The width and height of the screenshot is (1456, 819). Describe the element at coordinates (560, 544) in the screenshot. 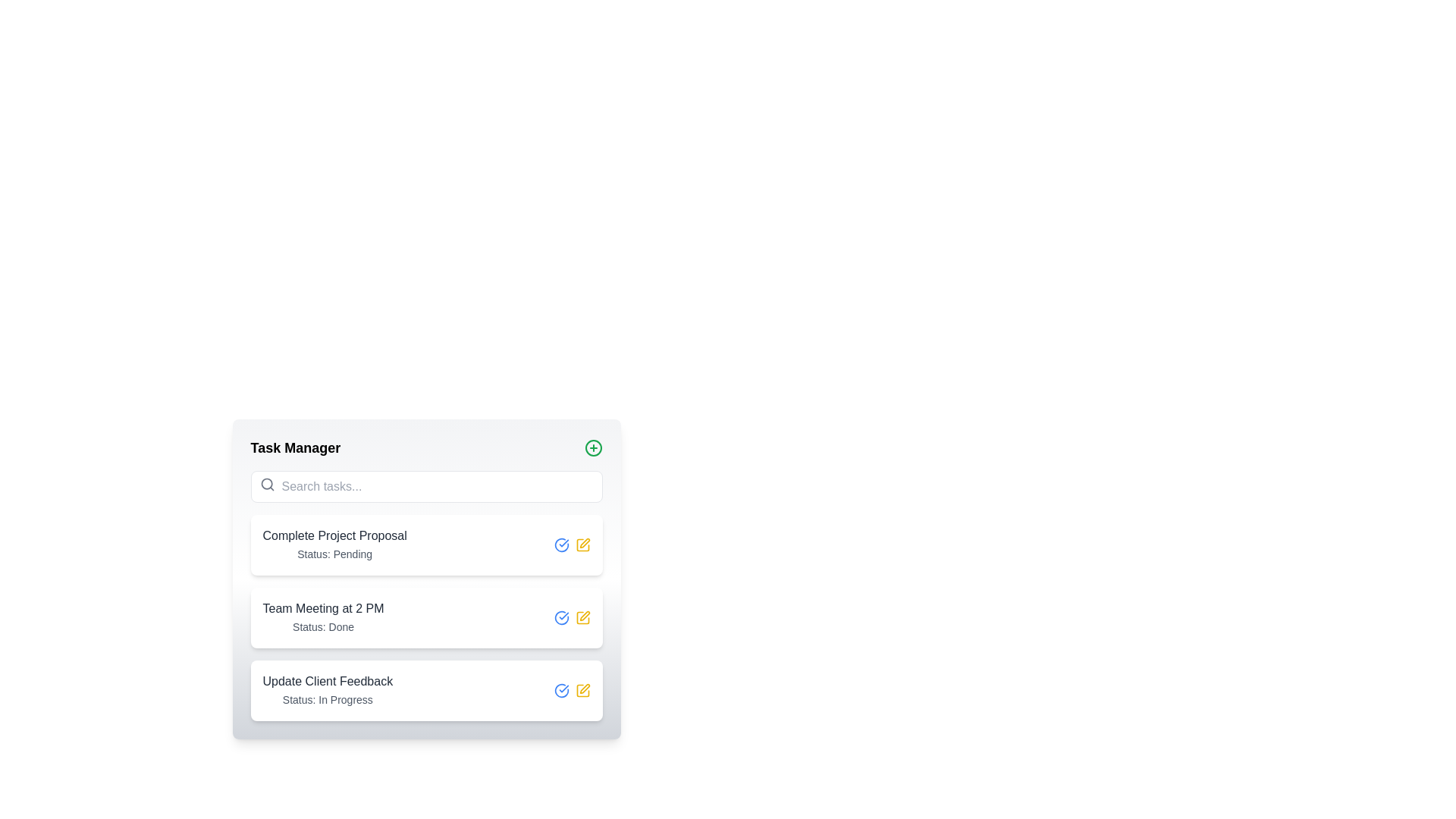

I see `the circular blue icon with a checkmark located to the left of the yellow 'edit' icon for the task 'Complete Project Proposal.'` at that location.